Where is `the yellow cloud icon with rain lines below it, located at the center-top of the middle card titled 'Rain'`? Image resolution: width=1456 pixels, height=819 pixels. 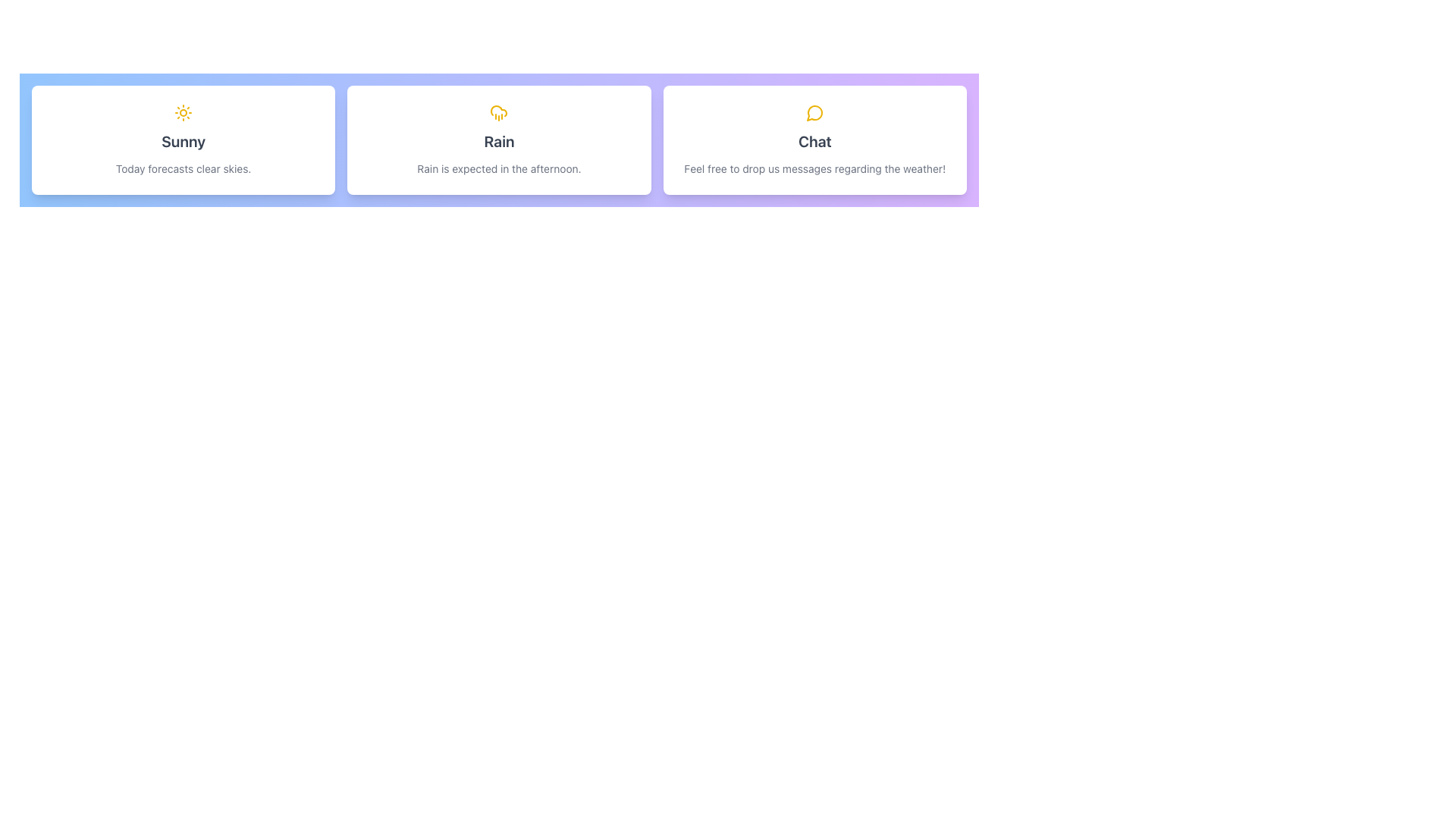
the yellow cloud icon with rain lines below it, located at the center-top of the middle card titled 'Rain' is located at coordinates (499, 112).